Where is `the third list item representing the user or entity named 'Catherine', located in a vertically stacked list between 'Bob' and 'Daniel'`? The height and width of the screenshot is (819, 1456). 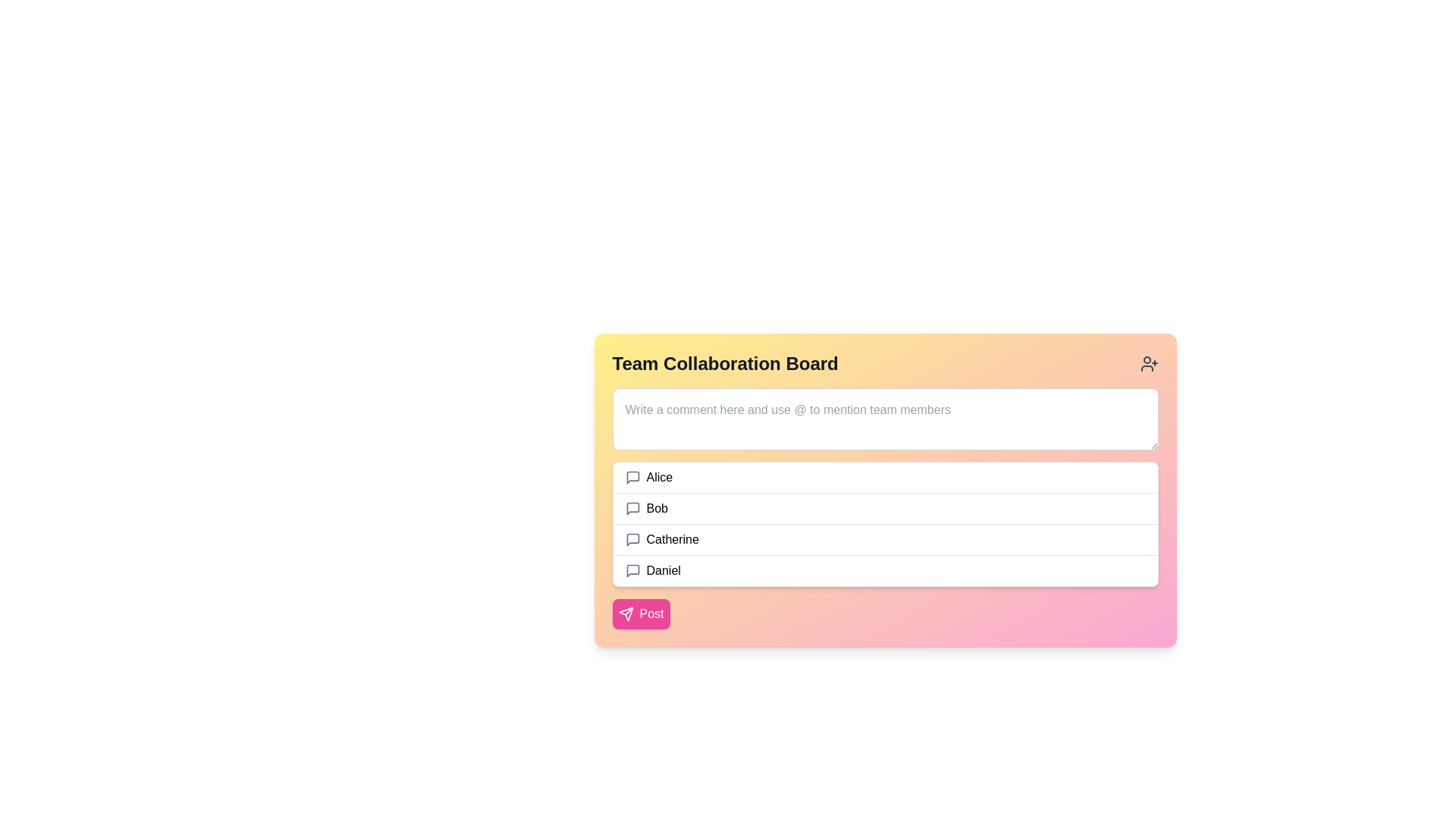 the third list item representing the user or entity named 'Catherine', located in a vertically stacked list between 'Bob' and 'Daniel' is located at coordinates (885, 538).